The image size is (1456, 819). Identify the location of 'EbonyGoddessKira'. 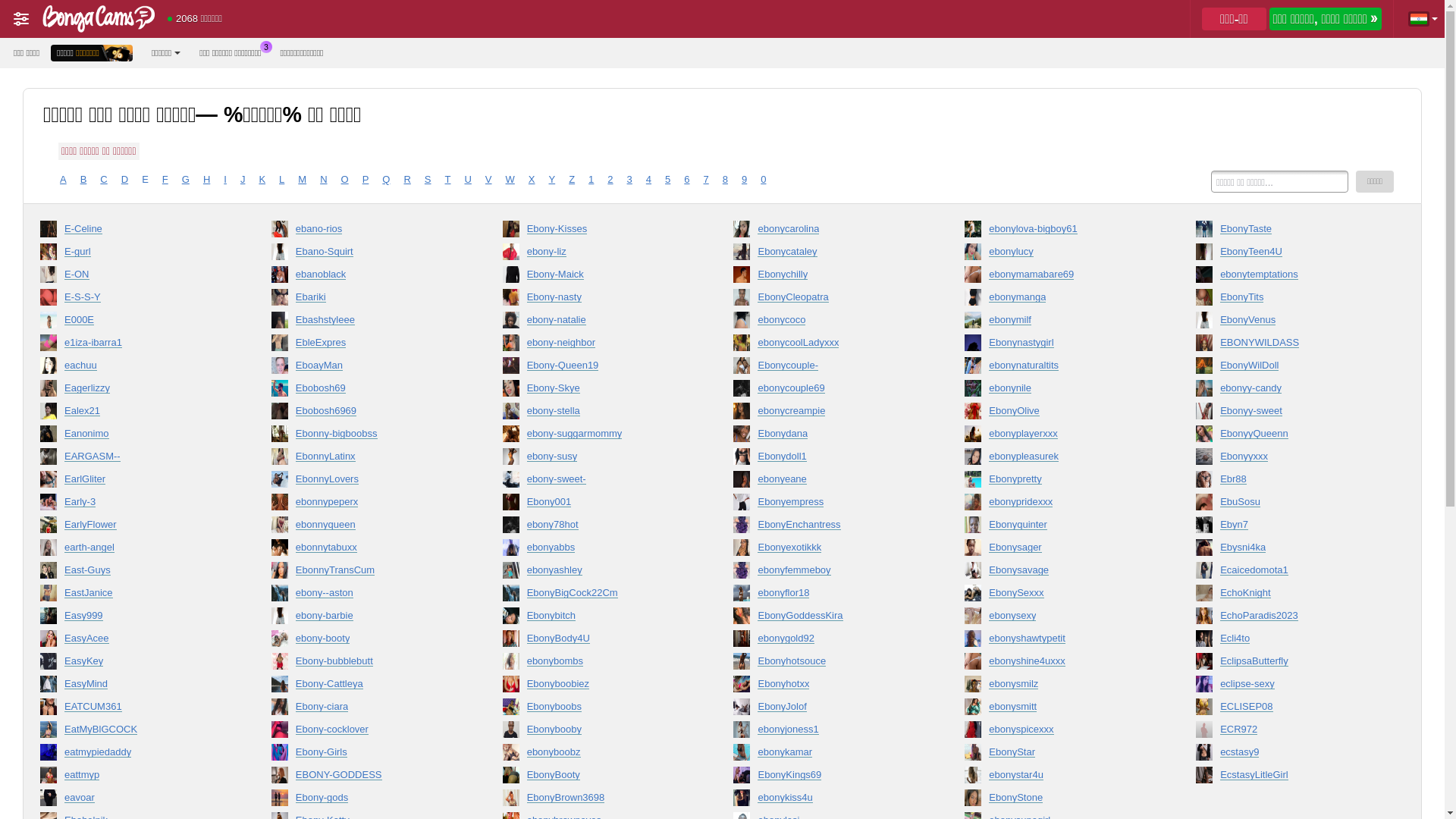
(826, 619).